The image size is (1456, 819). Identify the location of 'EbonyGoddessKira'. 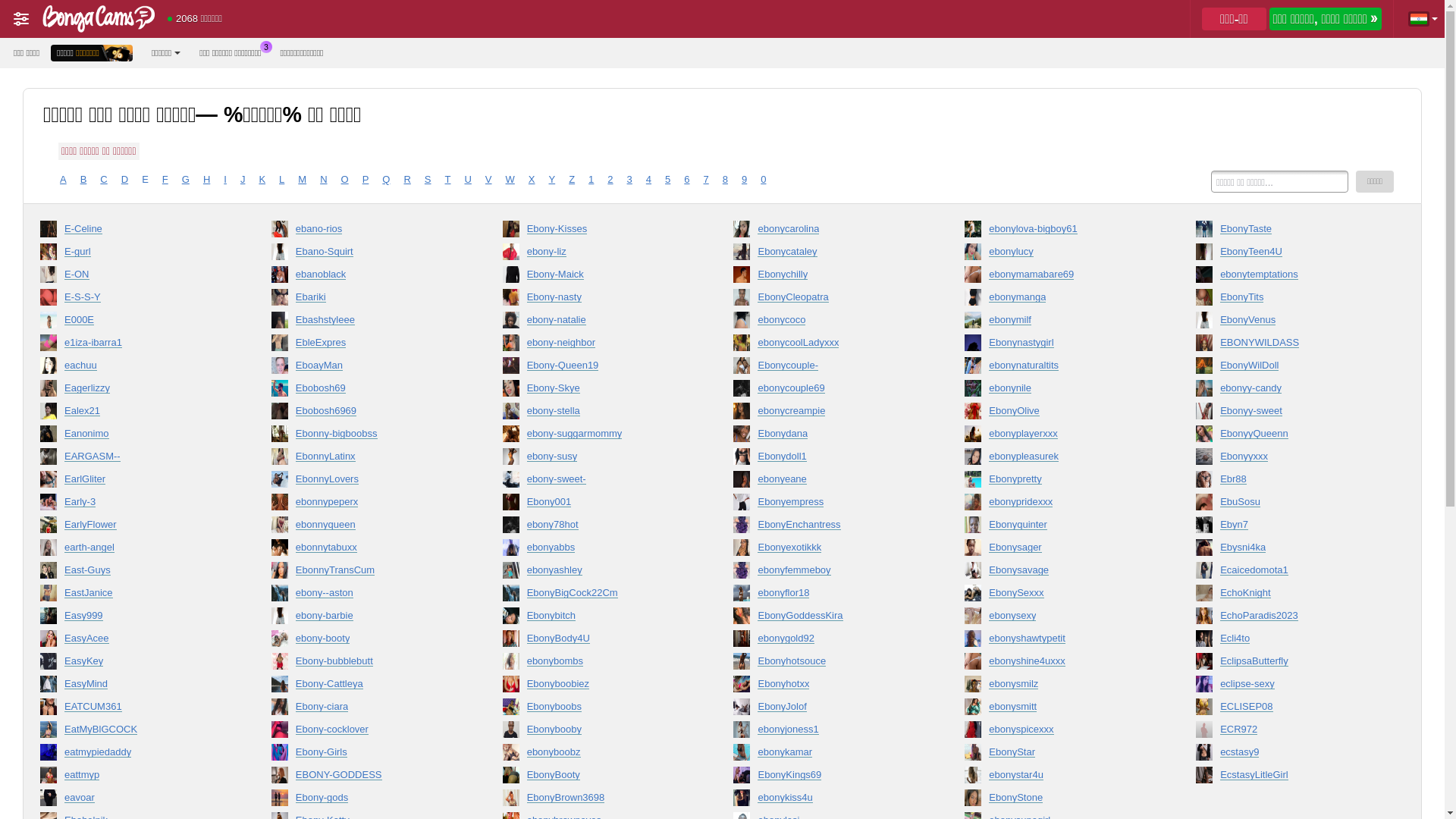
(826, 619).